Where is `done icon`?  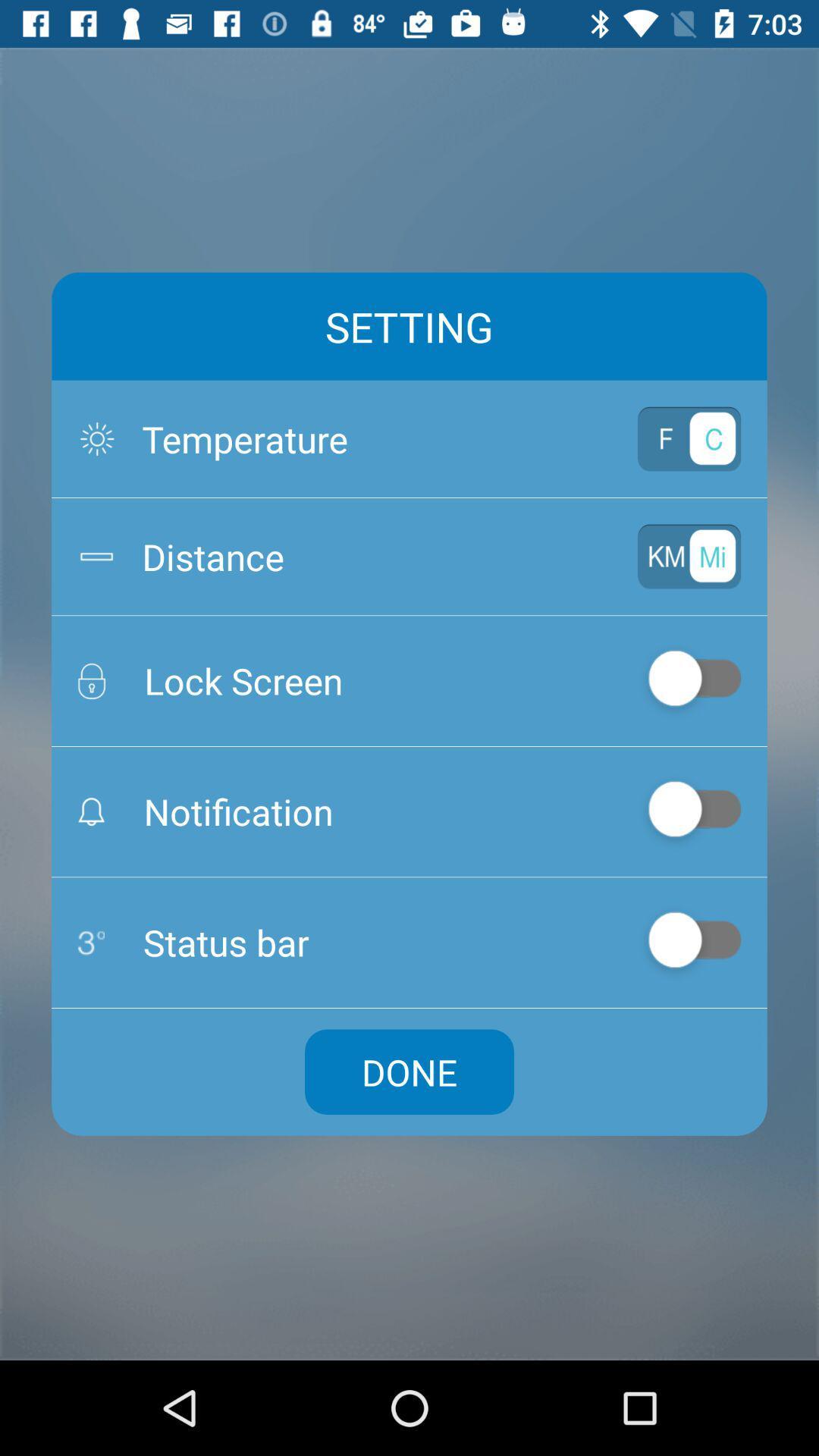
done icon is located at coordinates (409, 1071).